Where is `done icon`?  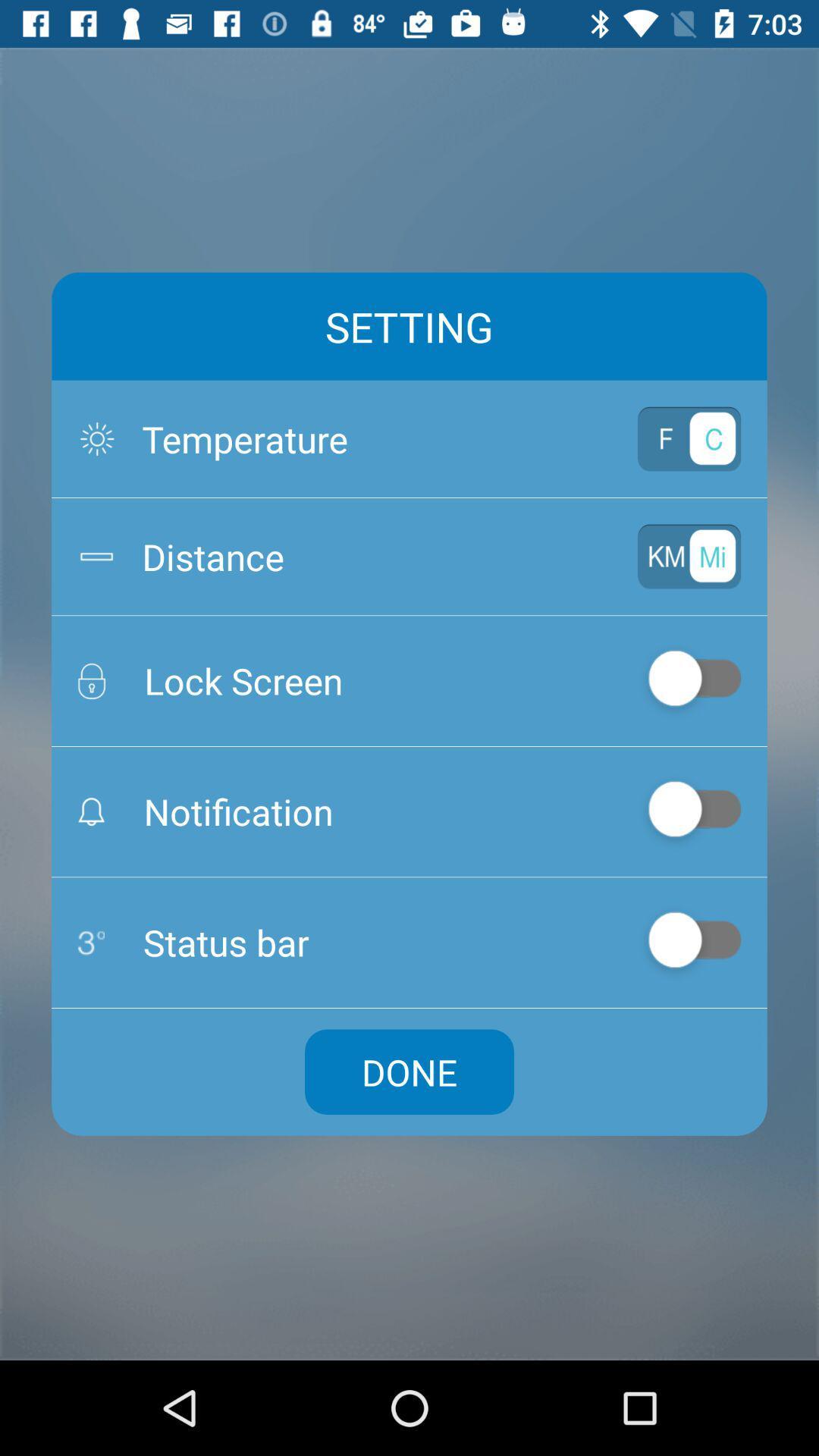
done icon is located at coordinates (409, 1071).